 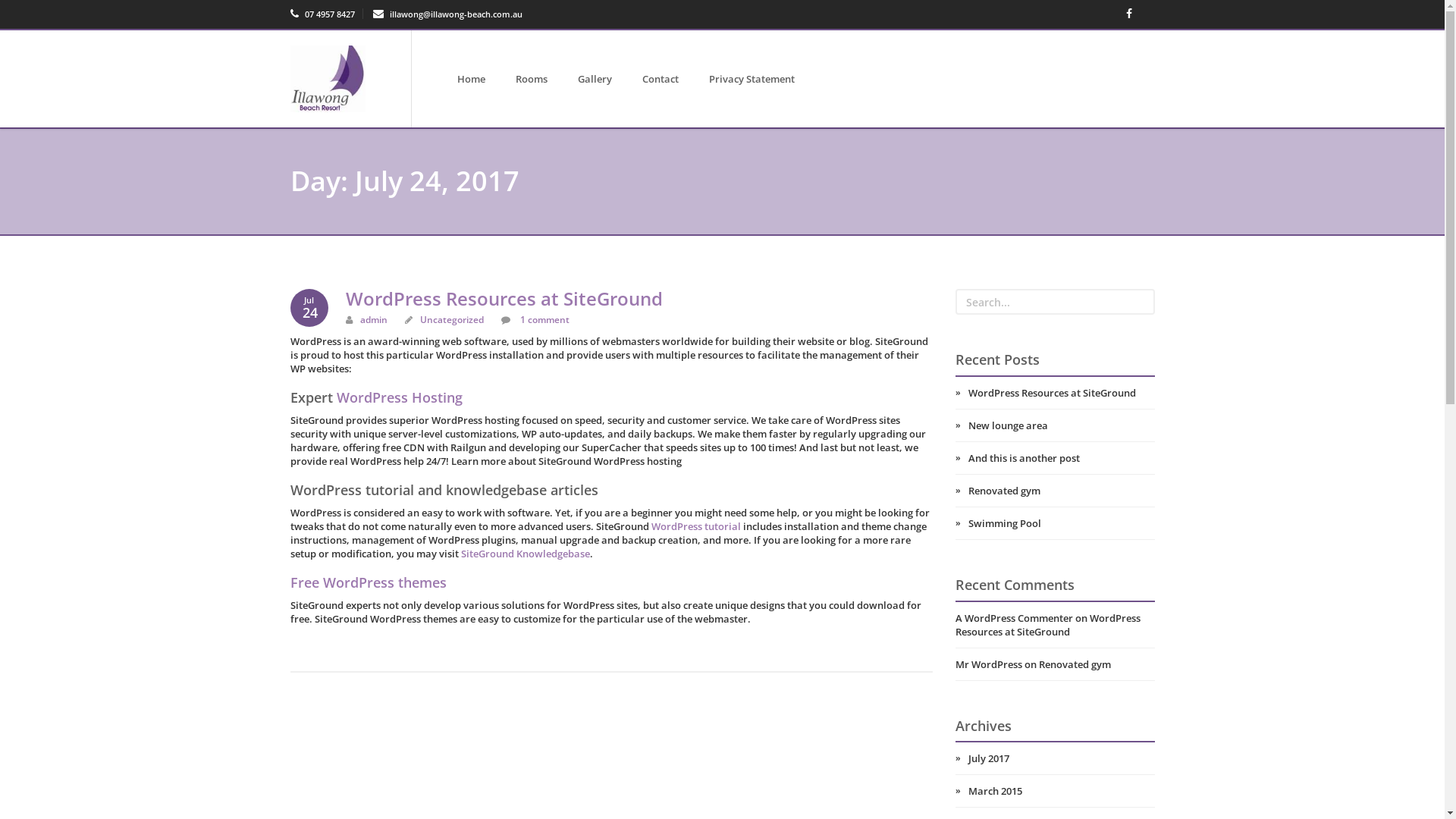 What do you see at coordinates (543, 318) in the screenshot?
I see `'1 comment'` at bounding box center [543, 318].